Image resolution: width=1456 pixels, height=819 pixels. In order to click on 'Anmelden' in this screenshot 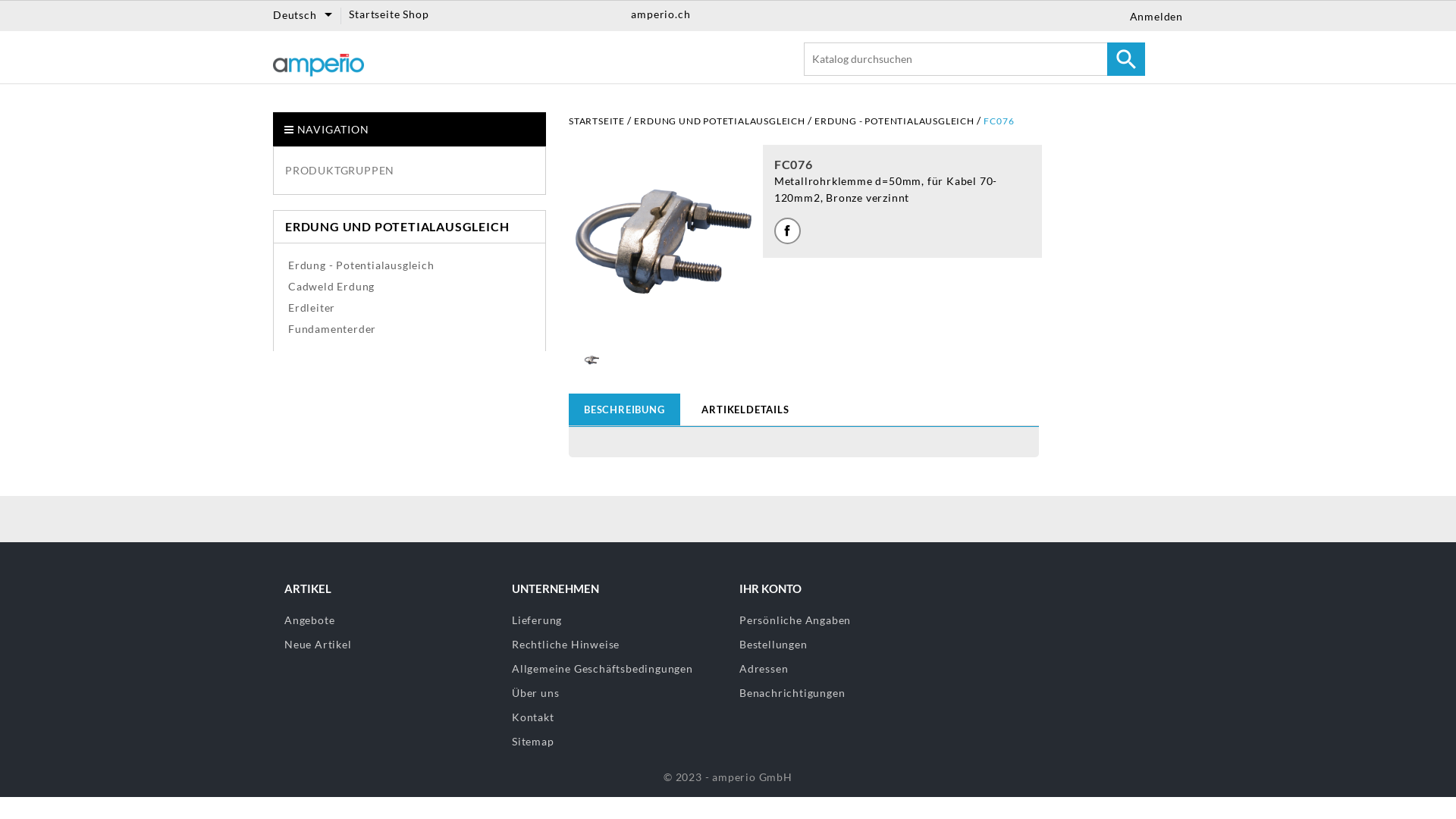, I will do `click(1153, 16)`.